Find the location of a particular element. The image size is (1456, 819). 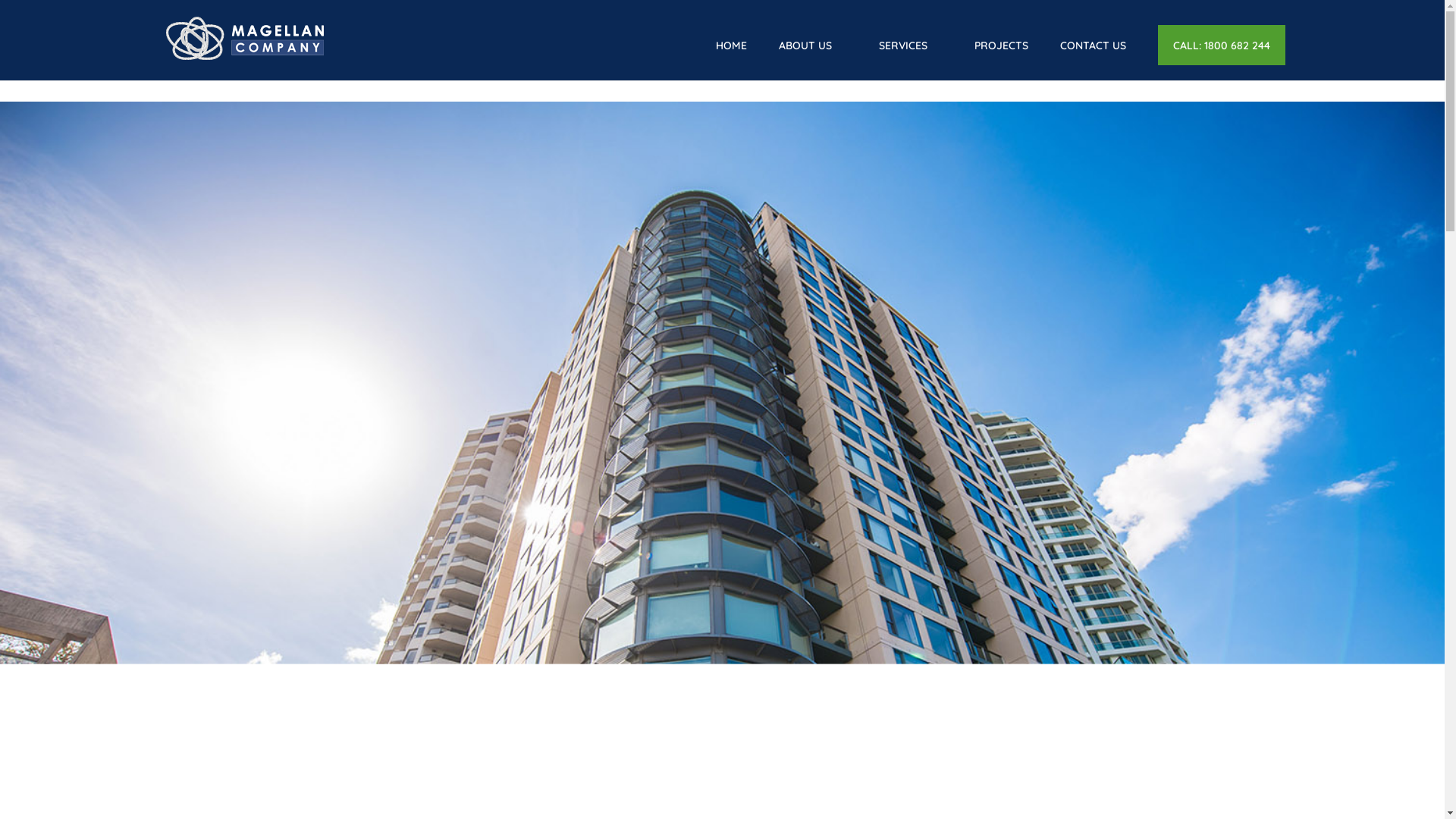

'CONTACT US' is located at coordinates (1059, 57).